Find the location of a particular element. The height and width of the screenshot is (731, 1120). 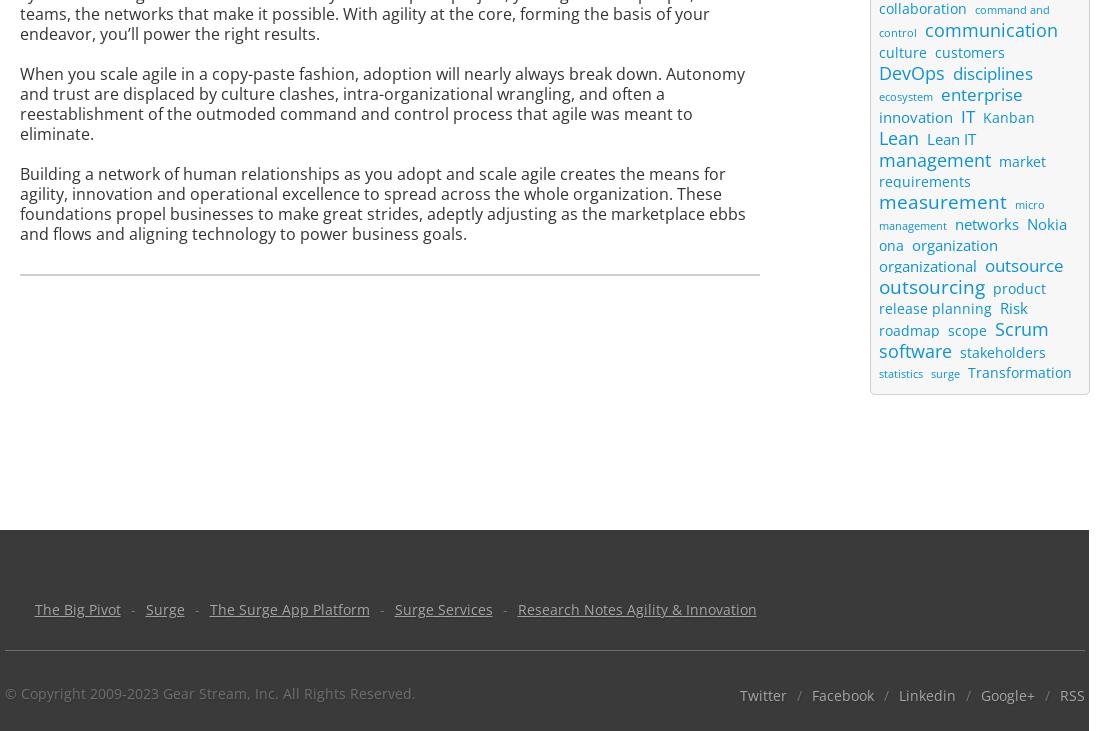

'RSS' is located at coordinates (1071, 695).